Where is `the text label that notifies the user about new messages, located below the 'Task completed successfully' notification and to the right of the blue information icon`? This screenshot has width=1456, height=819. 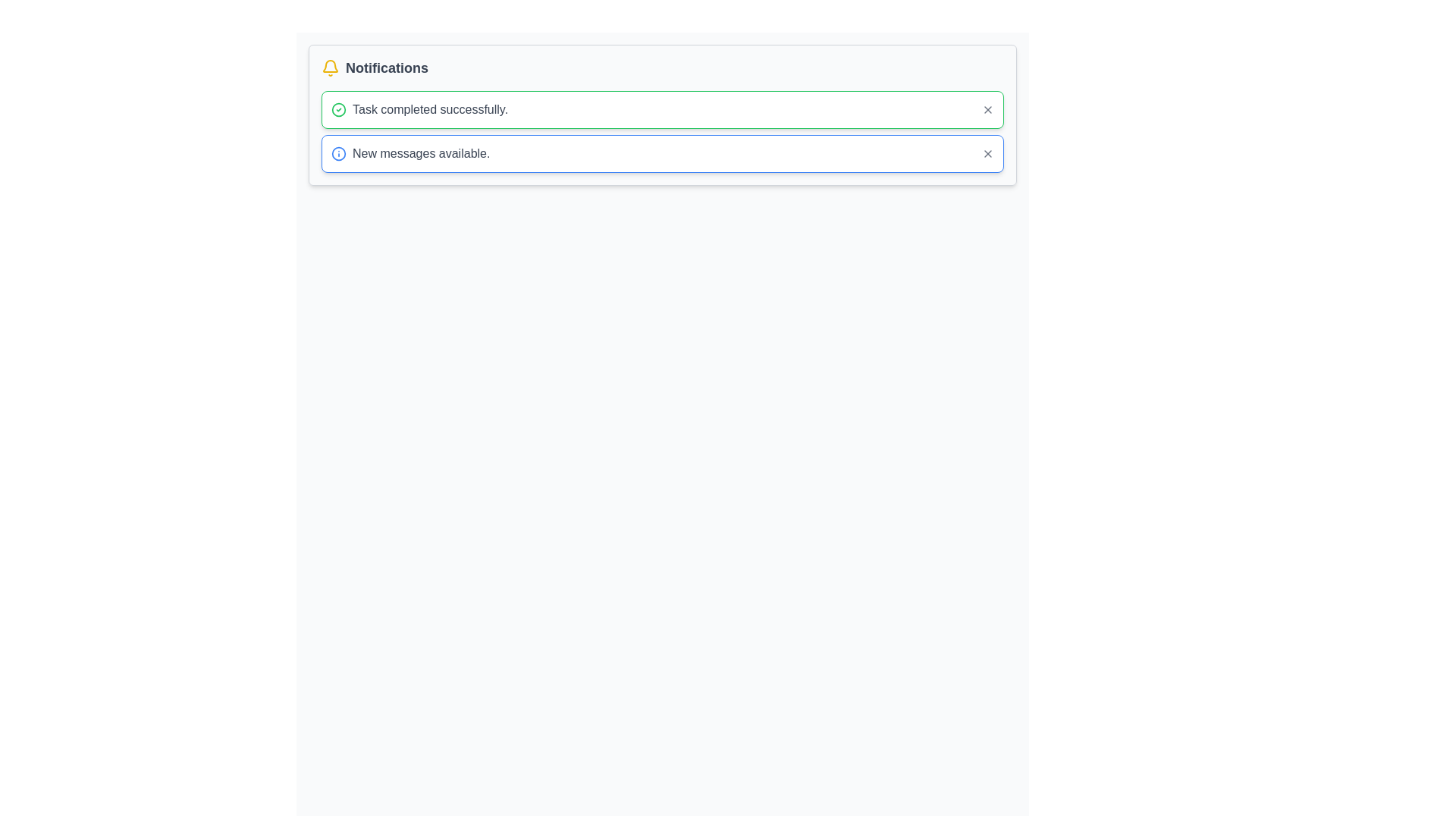 the text label that notifies the user about new messages, located below the 'Task completed successfully' notification and to the right of the blue information icon is located at coordinates (421, 154).